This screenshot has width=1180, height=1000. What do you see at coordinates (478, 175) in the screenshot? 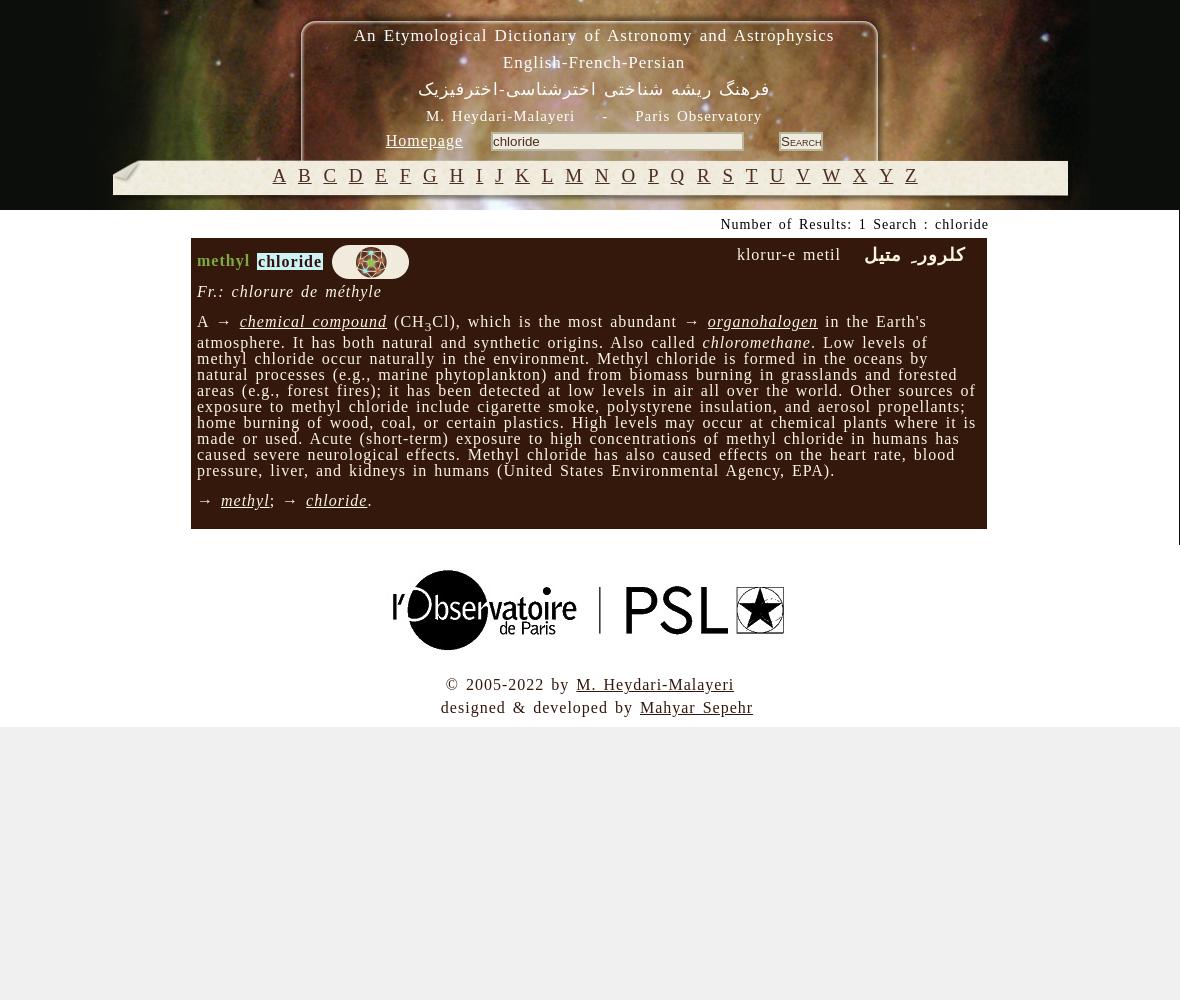
I see `'I'` at bounding box center [478, 175].